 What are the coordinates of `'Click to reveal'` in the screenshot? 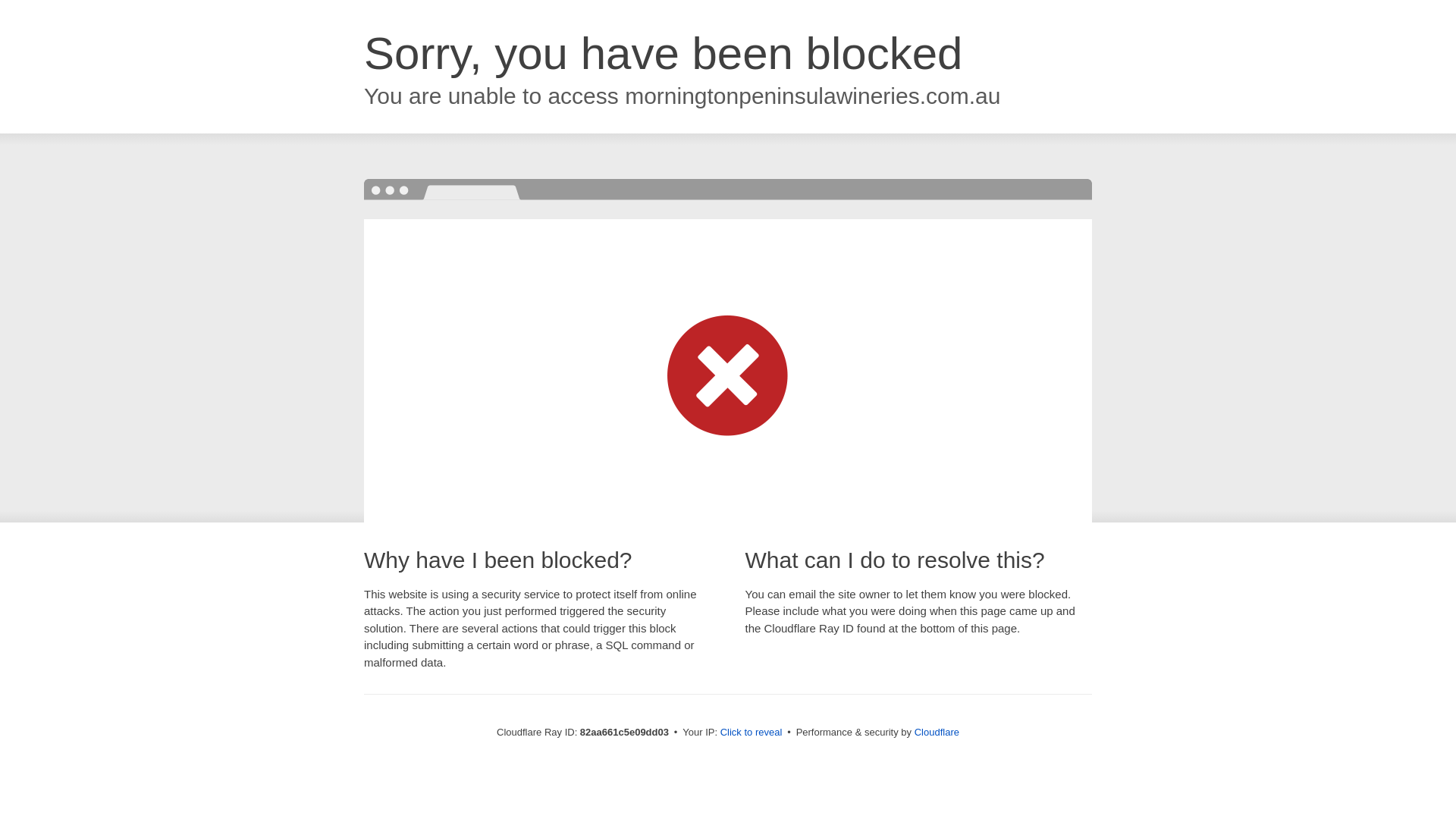 It's located at (751, 731).